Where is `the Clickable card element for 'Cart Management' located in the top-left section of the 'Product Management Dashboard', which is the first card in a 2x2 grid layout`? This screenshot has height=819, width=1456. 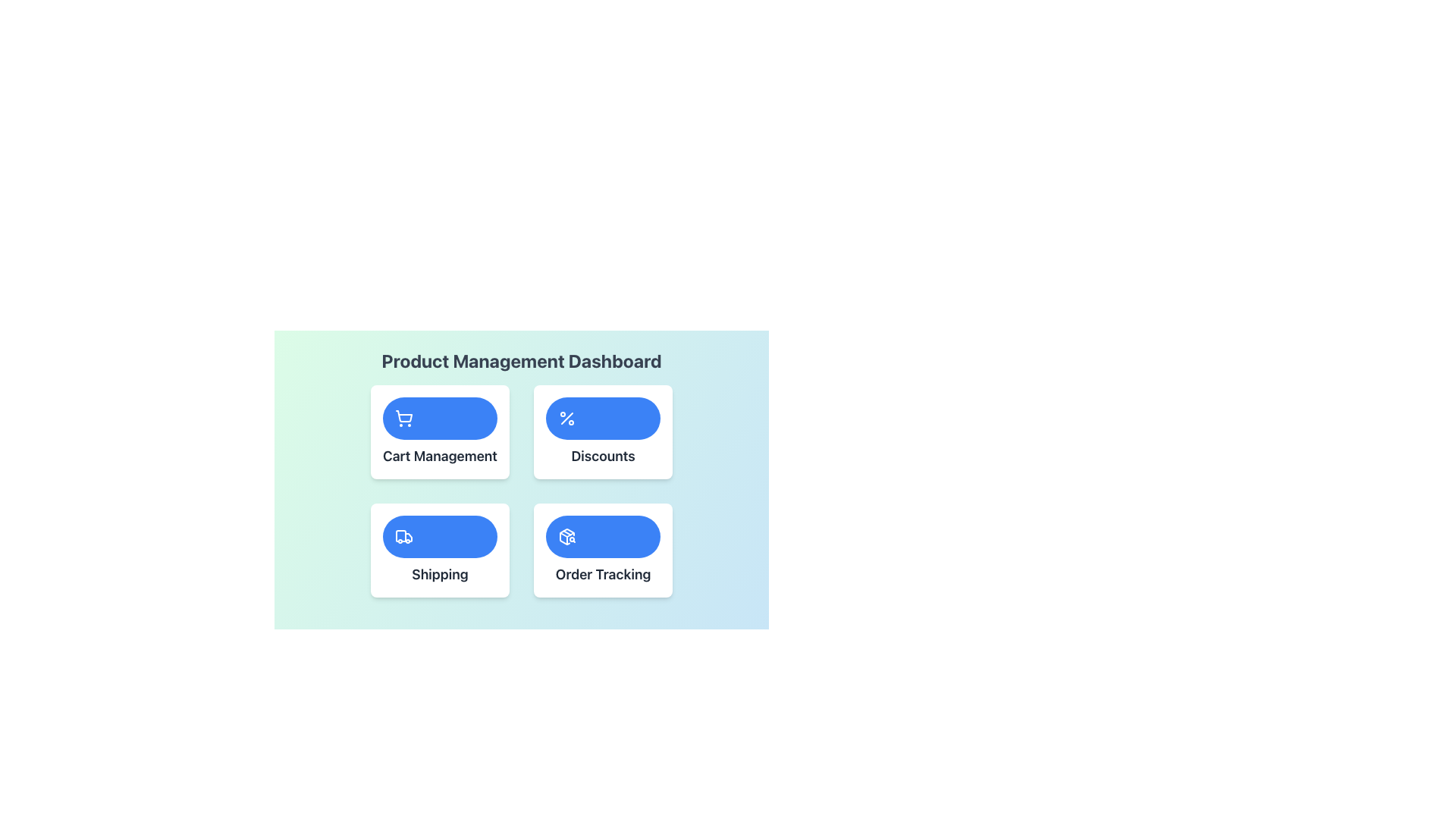
the Clickable card element for 'Cart Management' located in the top-left section of the 'Product Management Dashboard', which is the first card in a 2x2 grid layout is located at coordinates (439, 432).